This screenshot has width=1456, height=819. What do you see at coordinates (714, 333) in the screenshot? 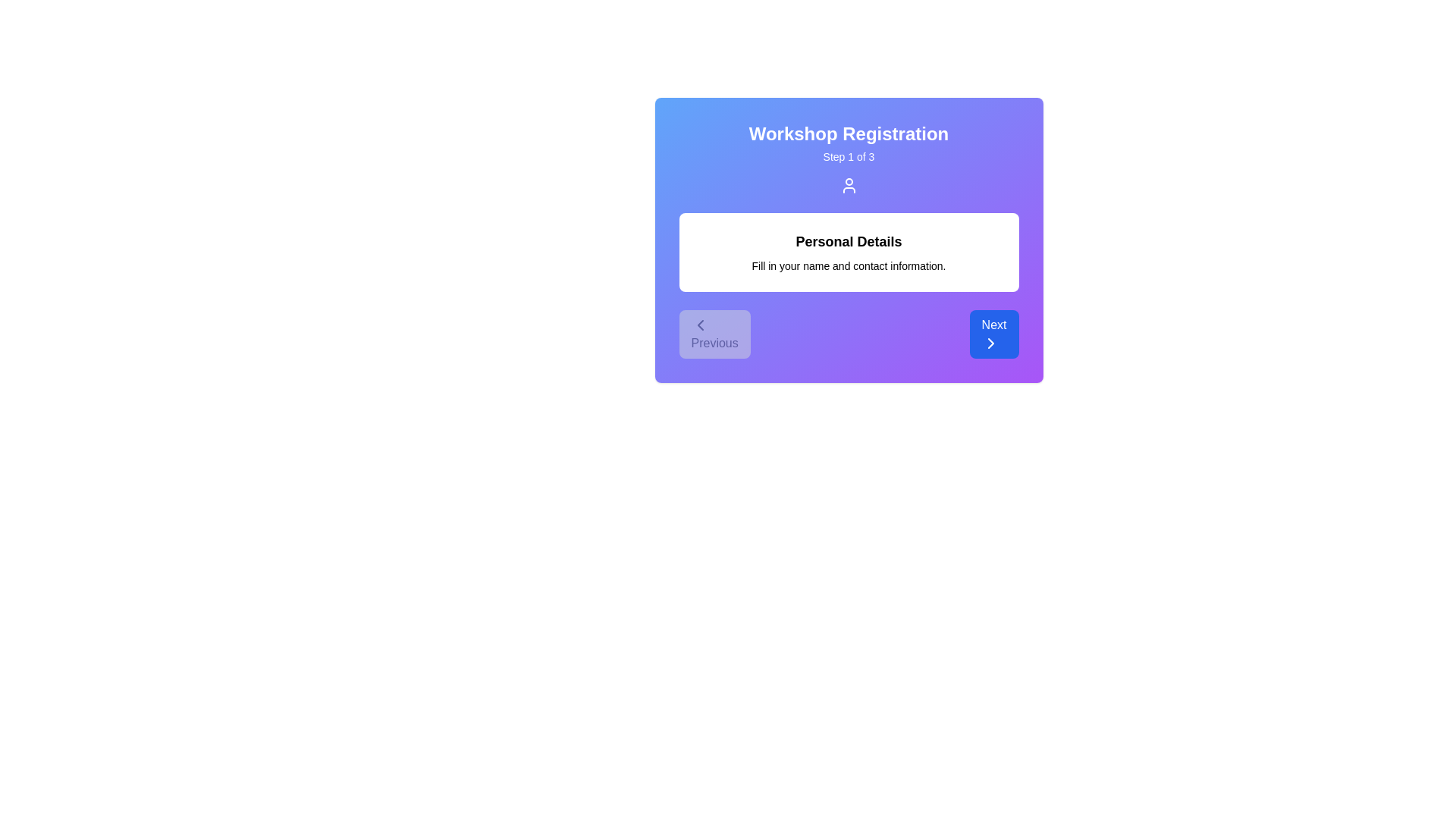
I see `the 'Previous' button, which is a rectangular button with a gray background and a left-arrow icon, located at the bottom-left corner of the workshop registration card` at bounding box center [714, 333].